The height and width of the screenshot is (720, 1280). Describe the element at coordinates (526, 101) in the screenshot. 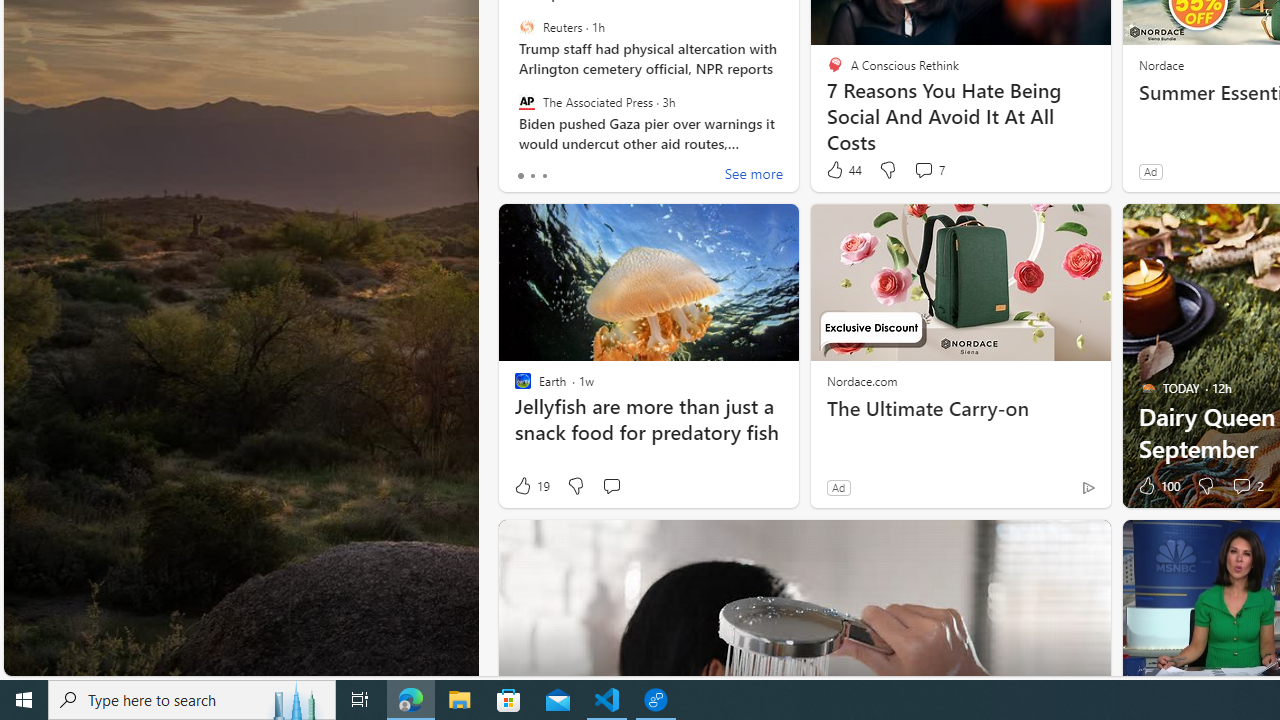

I see `'The Associated Press'` at that location.